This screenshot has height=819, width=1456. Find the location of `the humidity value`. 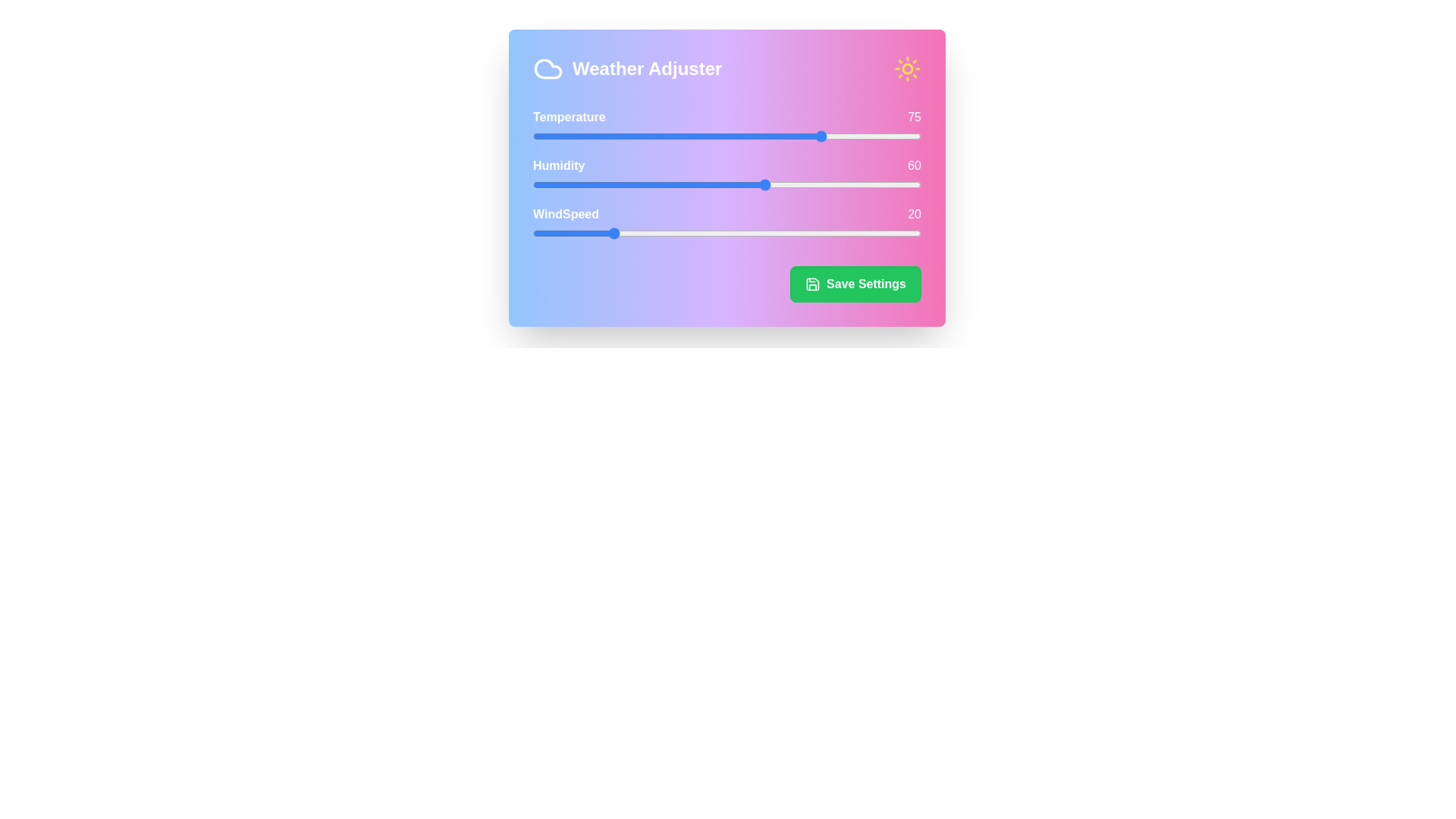

the humidity value is located at coordinates (916, 184).